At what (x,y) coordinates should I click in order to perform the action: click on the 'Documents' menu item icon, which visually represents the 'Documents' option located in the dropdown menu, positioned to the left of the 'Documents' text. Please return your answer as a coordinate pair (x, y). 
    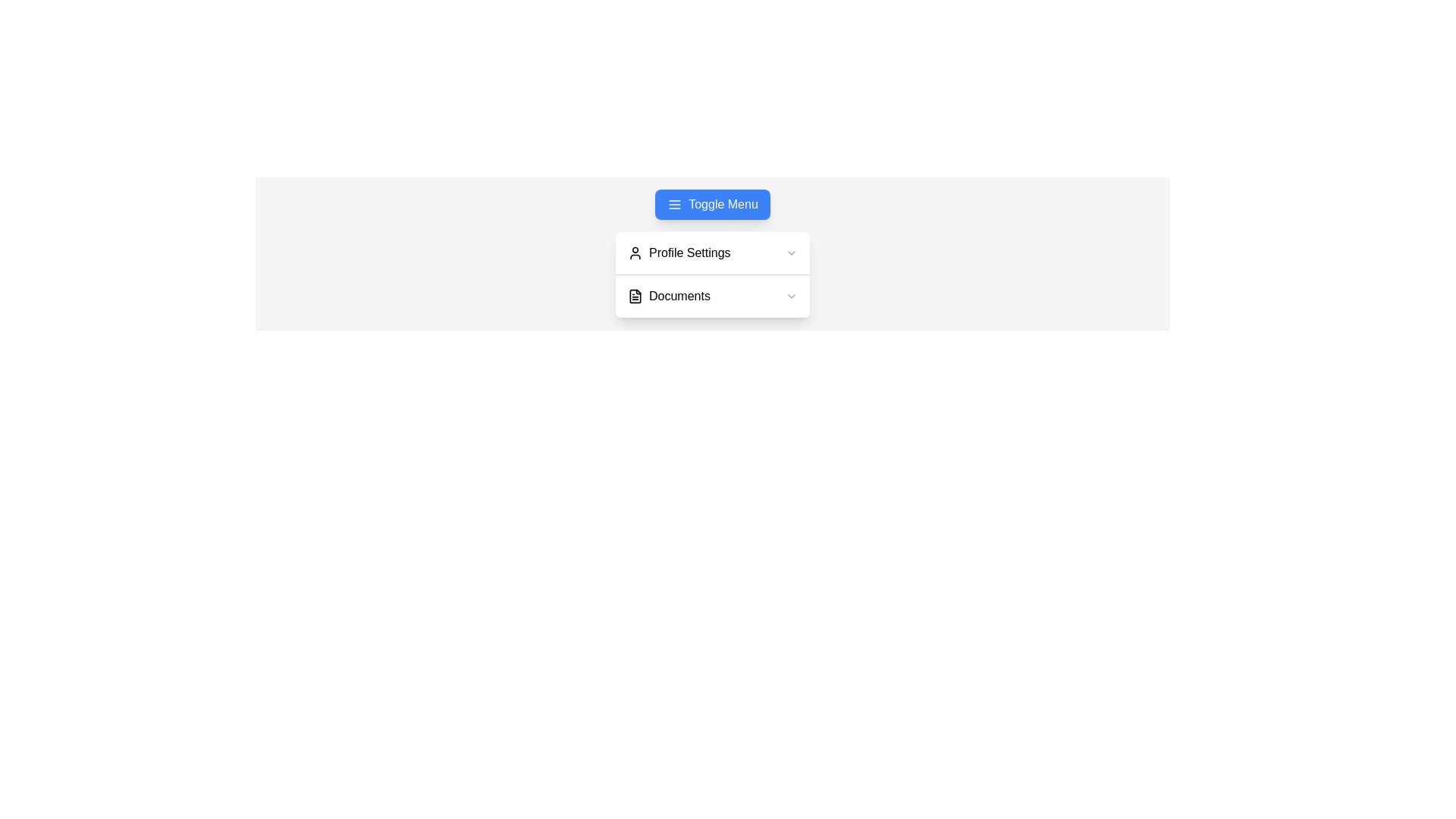
    Looking at the image, I should click on (635, 296).